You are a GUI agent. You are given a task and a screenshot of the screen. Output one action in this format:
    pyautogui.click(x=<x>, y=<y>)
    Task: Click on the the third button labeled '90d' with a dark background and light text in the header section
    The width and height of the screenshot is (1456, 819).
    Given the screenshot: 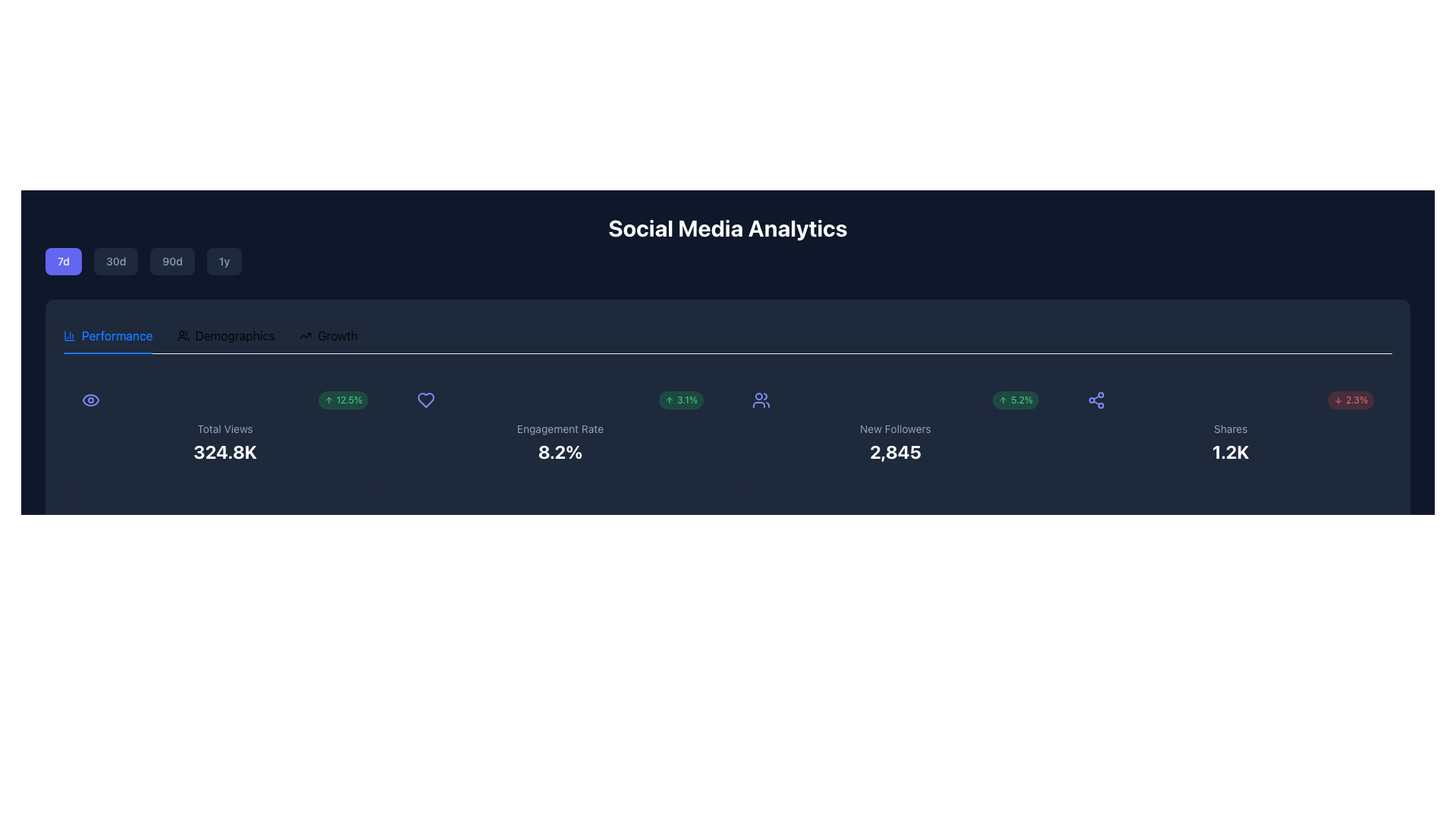 What is the action you would take?
    pyautogui.click(x=172, y=260)
    